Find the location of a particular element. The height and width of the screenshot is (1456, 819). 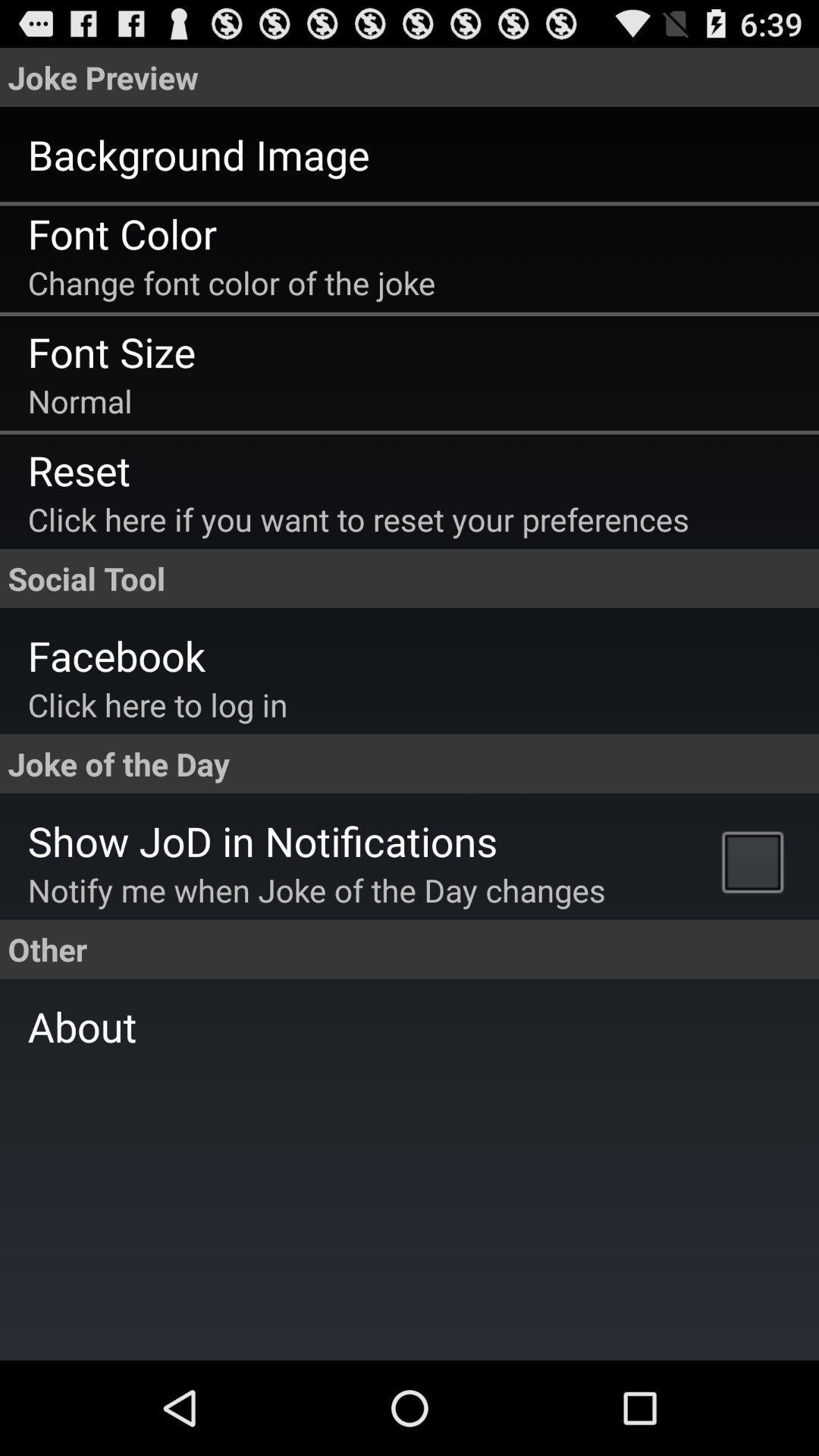

icon above about item is located at coordinates (756, 861).